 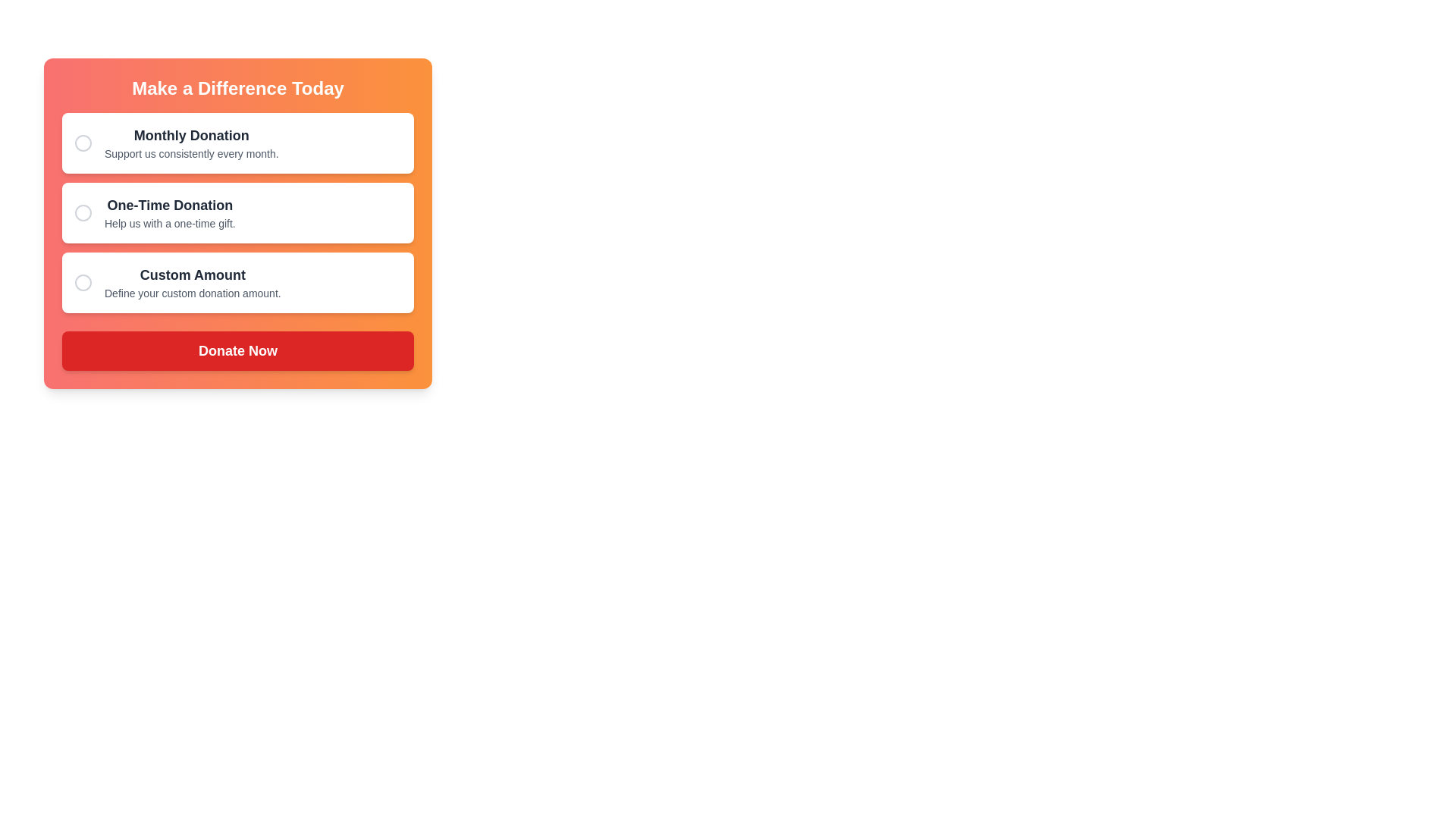 I want to click on the 'One-Time Donation' header text label, which is located in the second donation option box, below 'Monthly Donation' and above 'Custom Amount', so click(x=170, y=205).